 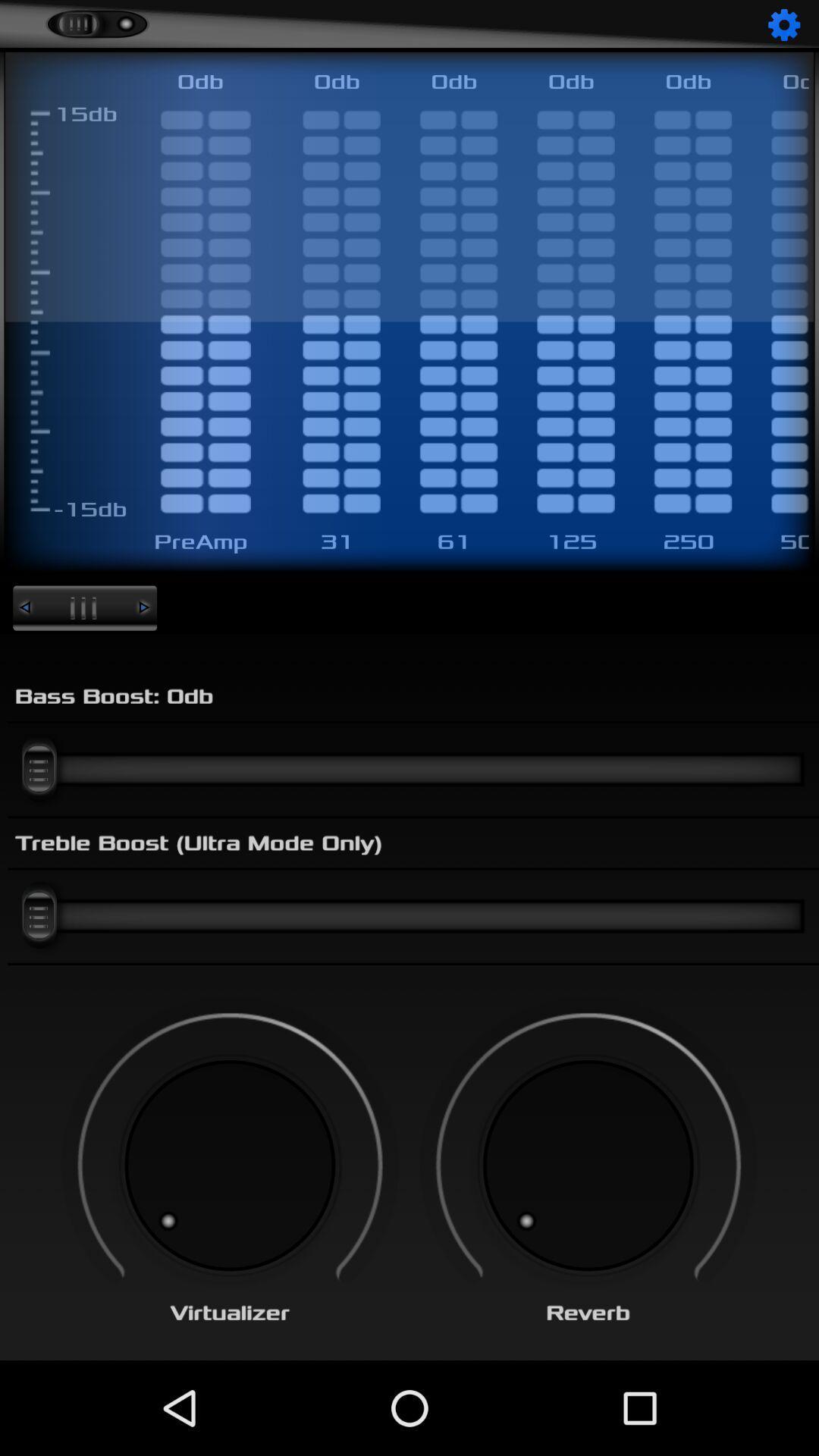 What do you see at coordinates (230, 1165) in the screenshot?
I see `change virtualizer option` at bounding box center [230, 1165].